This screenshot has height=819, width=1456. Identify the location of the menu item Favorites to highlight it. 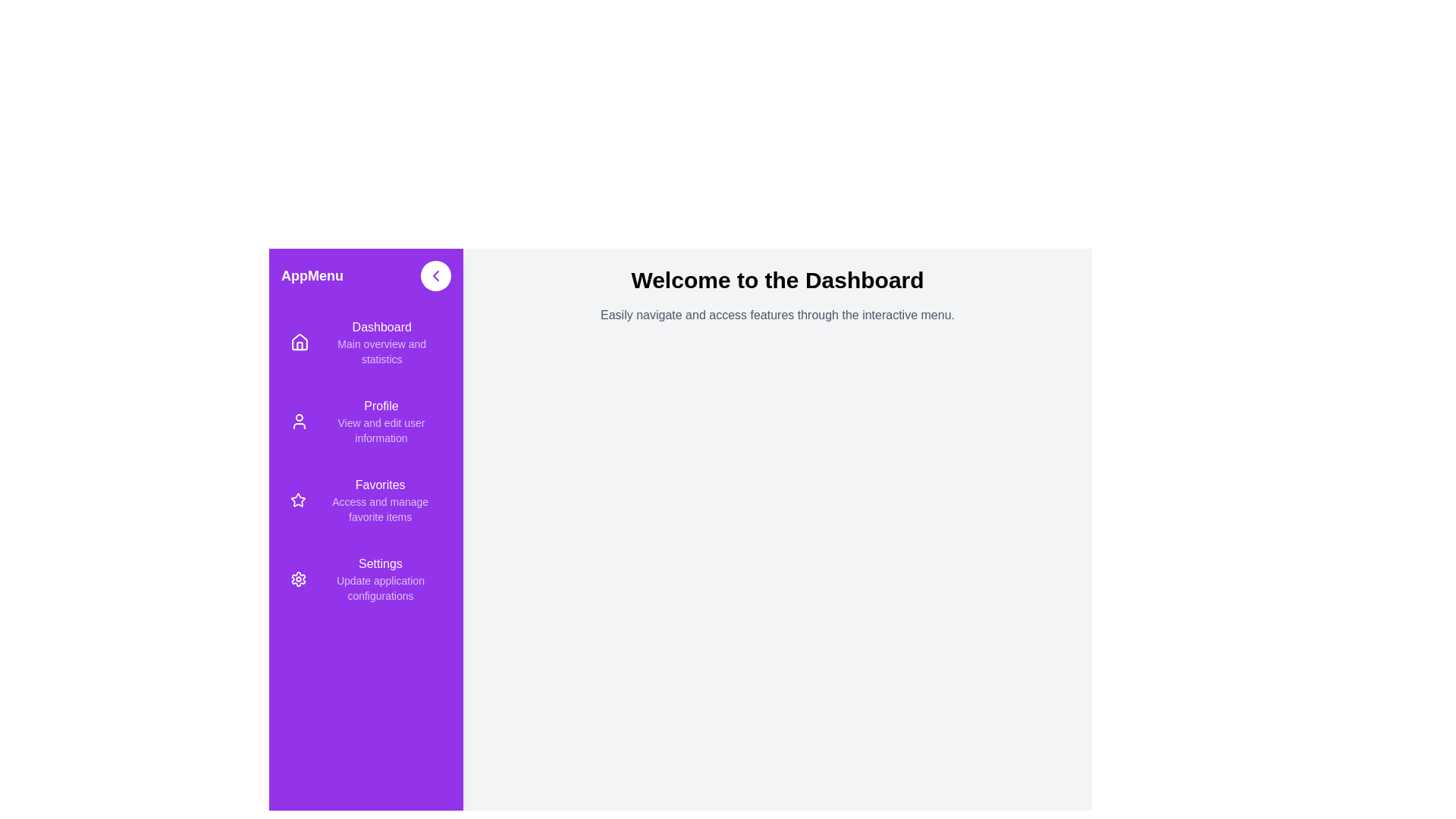
(366, 500).